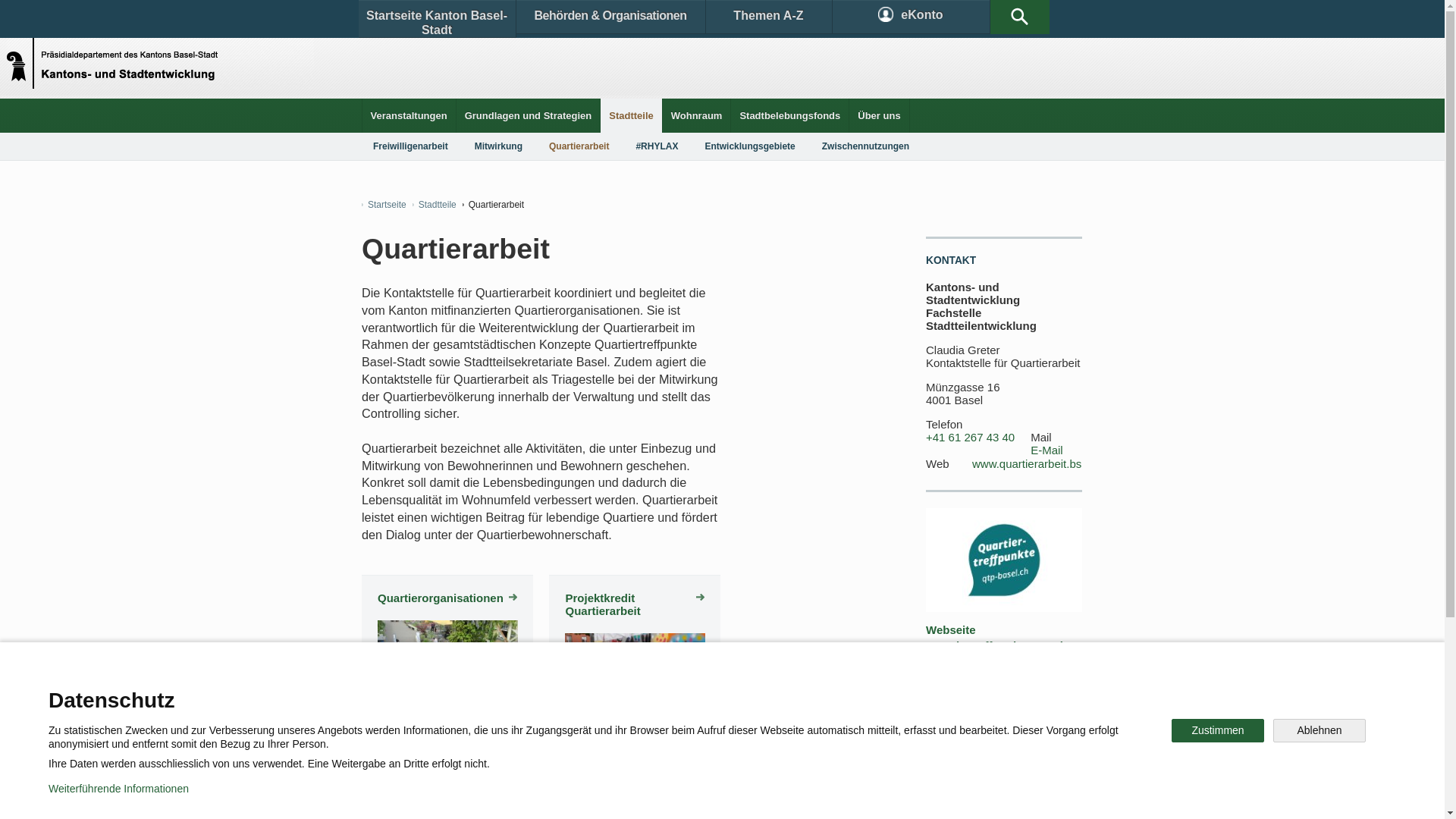 This screenshot has width=1456, height=819. Describe the element at coordinates (810, 146) in the screenshot. I see `'Zwischennutzungen'` at that location.